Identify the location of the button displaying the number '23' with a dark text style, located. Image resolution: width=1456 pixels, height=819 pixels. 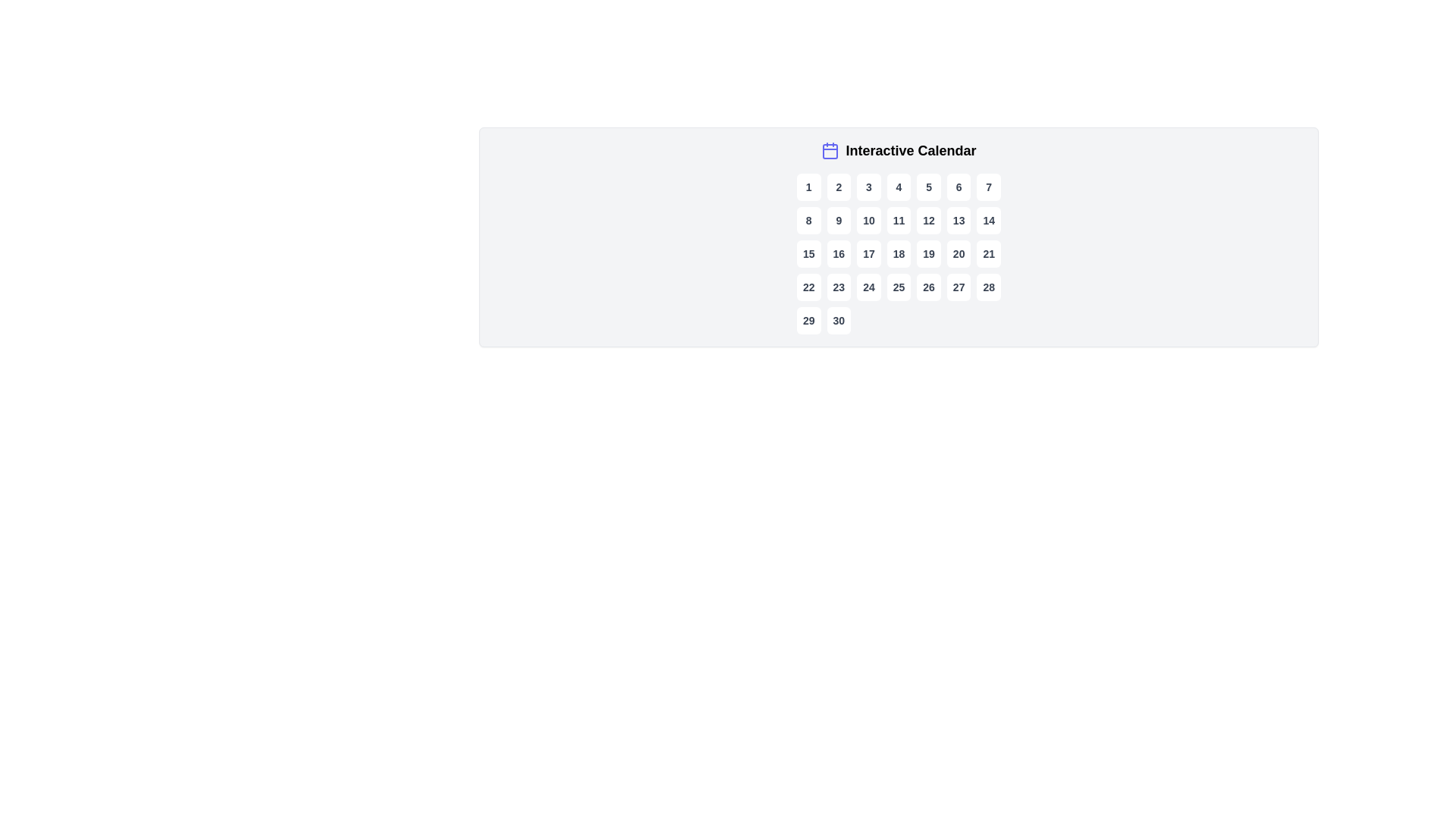
(838, 287).